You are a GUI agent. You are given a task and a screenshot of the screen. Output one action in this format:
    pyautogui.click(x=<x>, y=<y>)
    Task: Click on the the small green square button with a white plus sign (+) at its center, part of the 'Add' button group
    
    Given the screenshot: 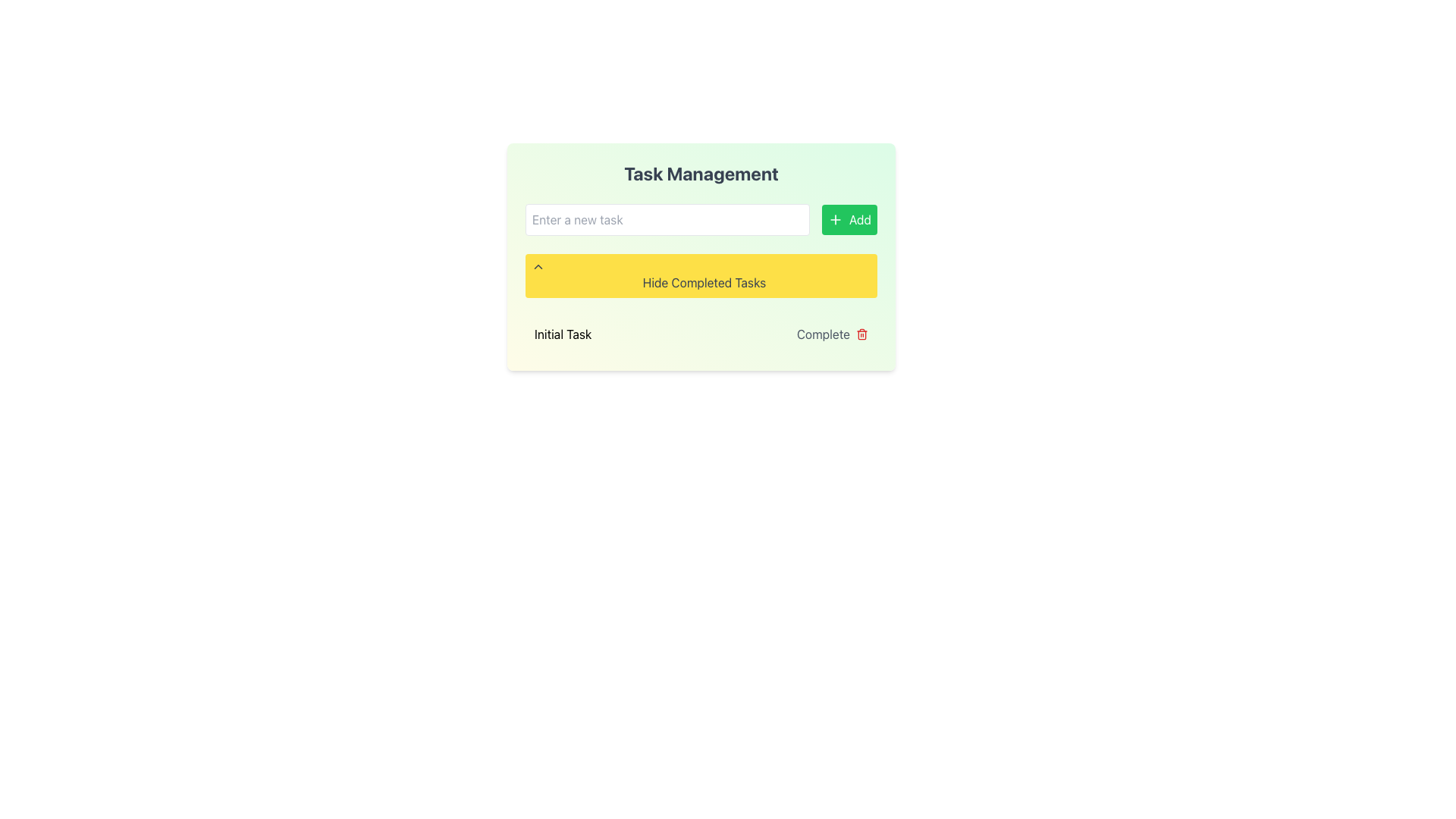 What is the action you would take?
    pyautogui.click(x=834, y=219)
    